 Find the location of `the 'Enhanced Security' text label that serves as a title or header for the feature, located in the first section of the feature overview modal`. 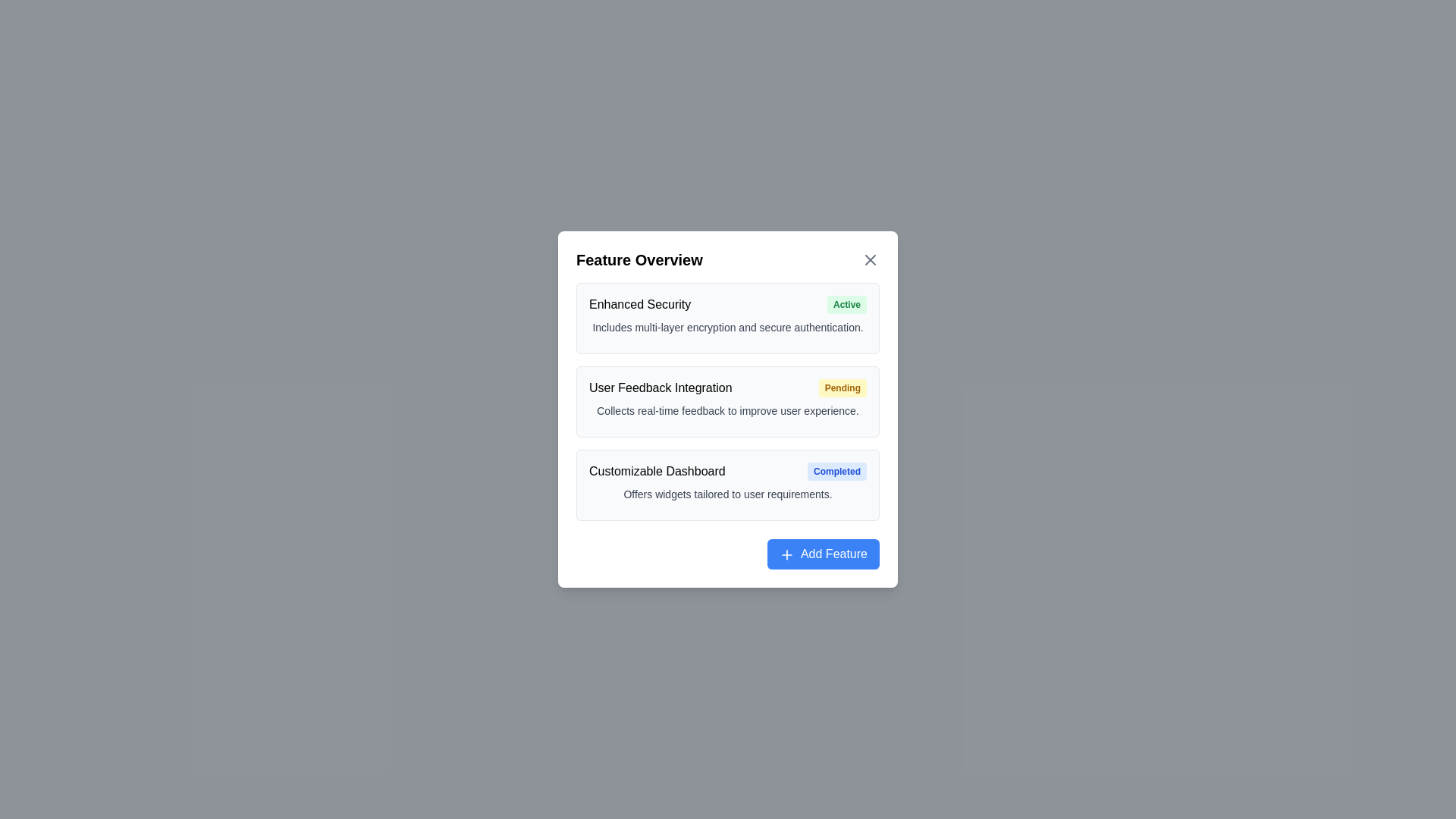

the 'Enhanced Security' text label that serves as a title or header for the feature, located in the first section of the feature overview modal is located at coordinates (640, 304).